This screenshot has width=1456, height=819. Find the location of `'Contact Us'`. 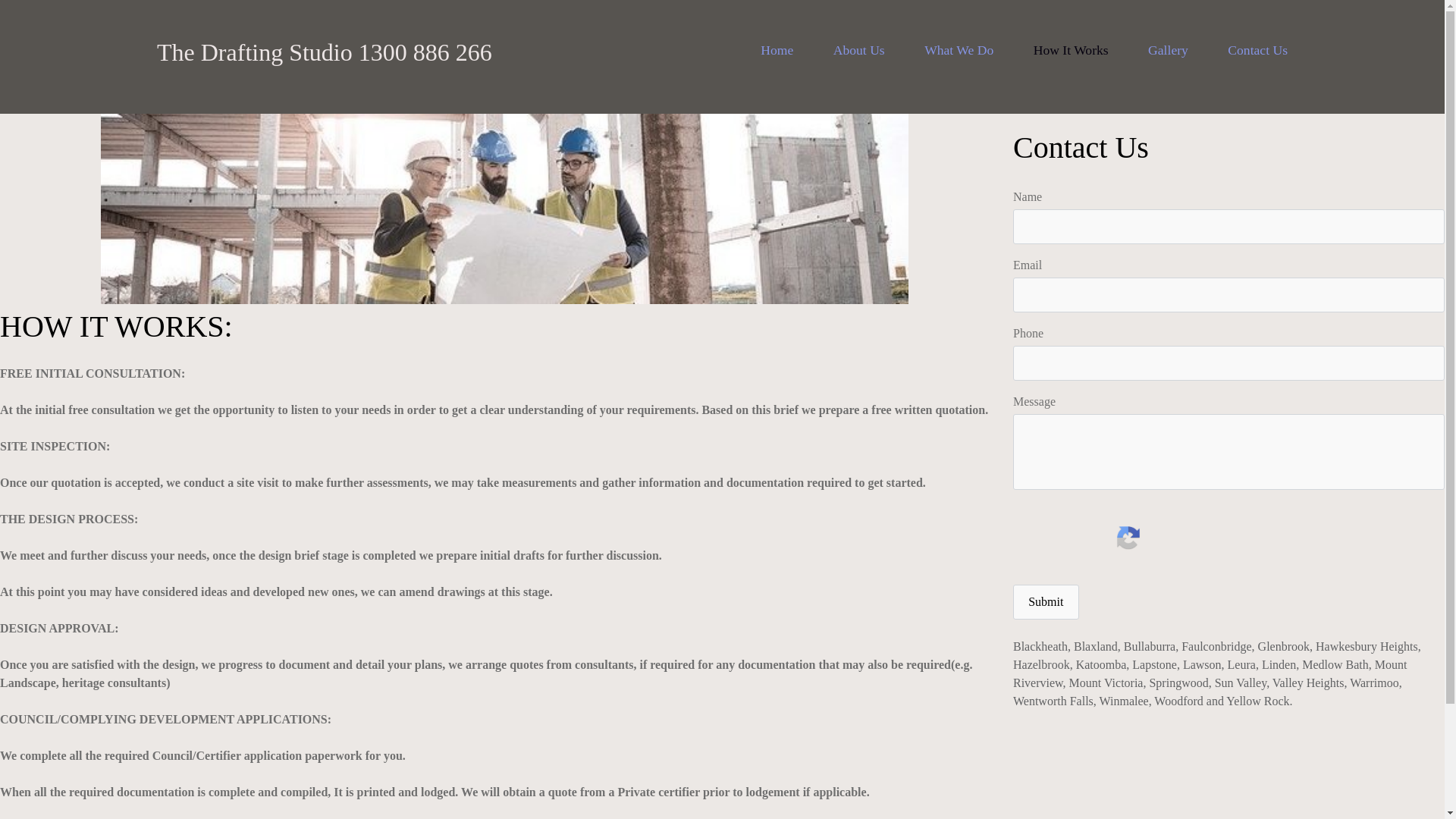

'Contact Us' is located at coordinates (1257, 49).